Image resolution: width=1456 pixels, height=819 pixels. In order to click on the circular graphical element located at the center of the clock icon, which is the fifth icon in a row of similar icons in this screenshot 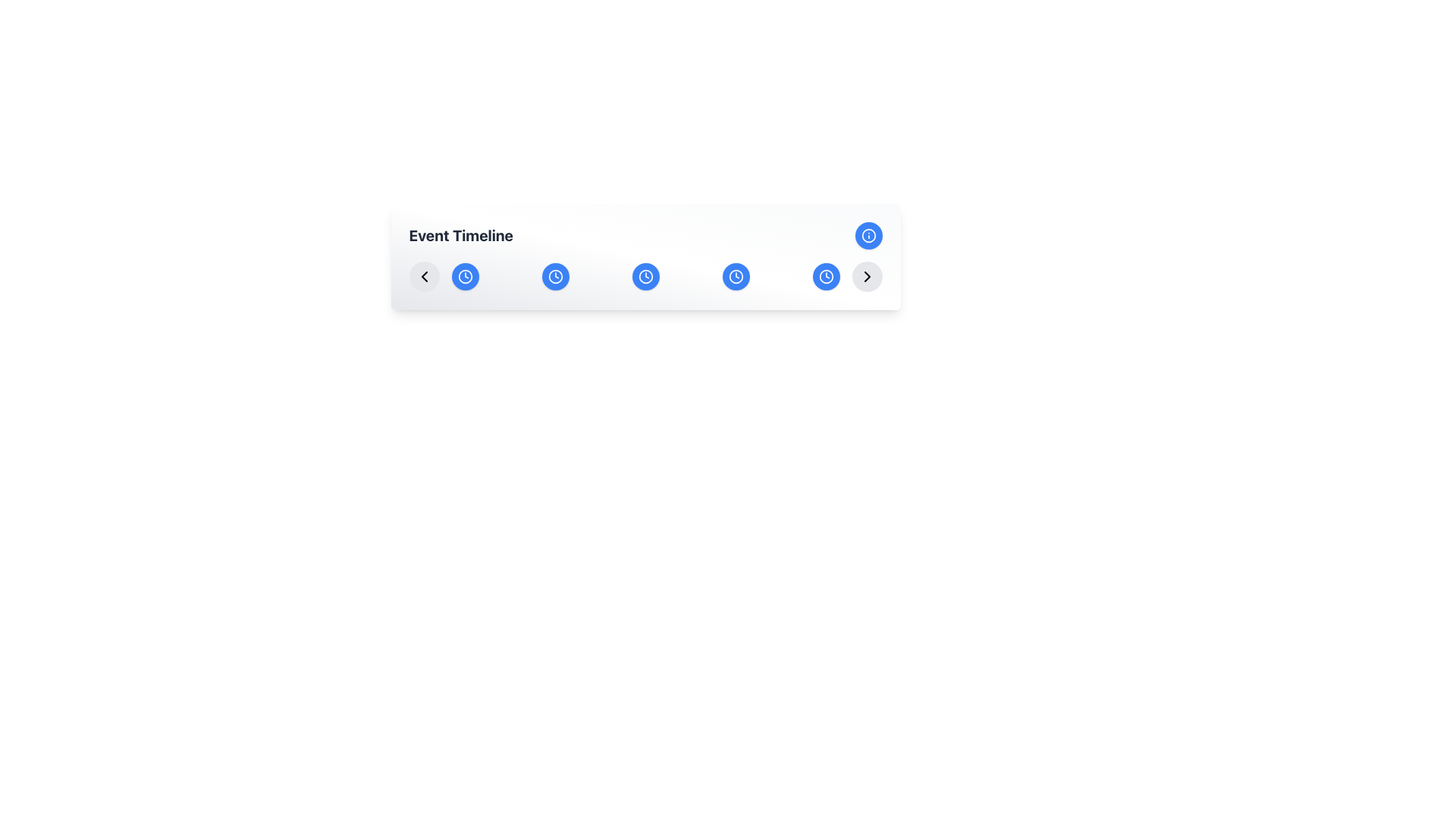, I will do `click(736, 277)`.